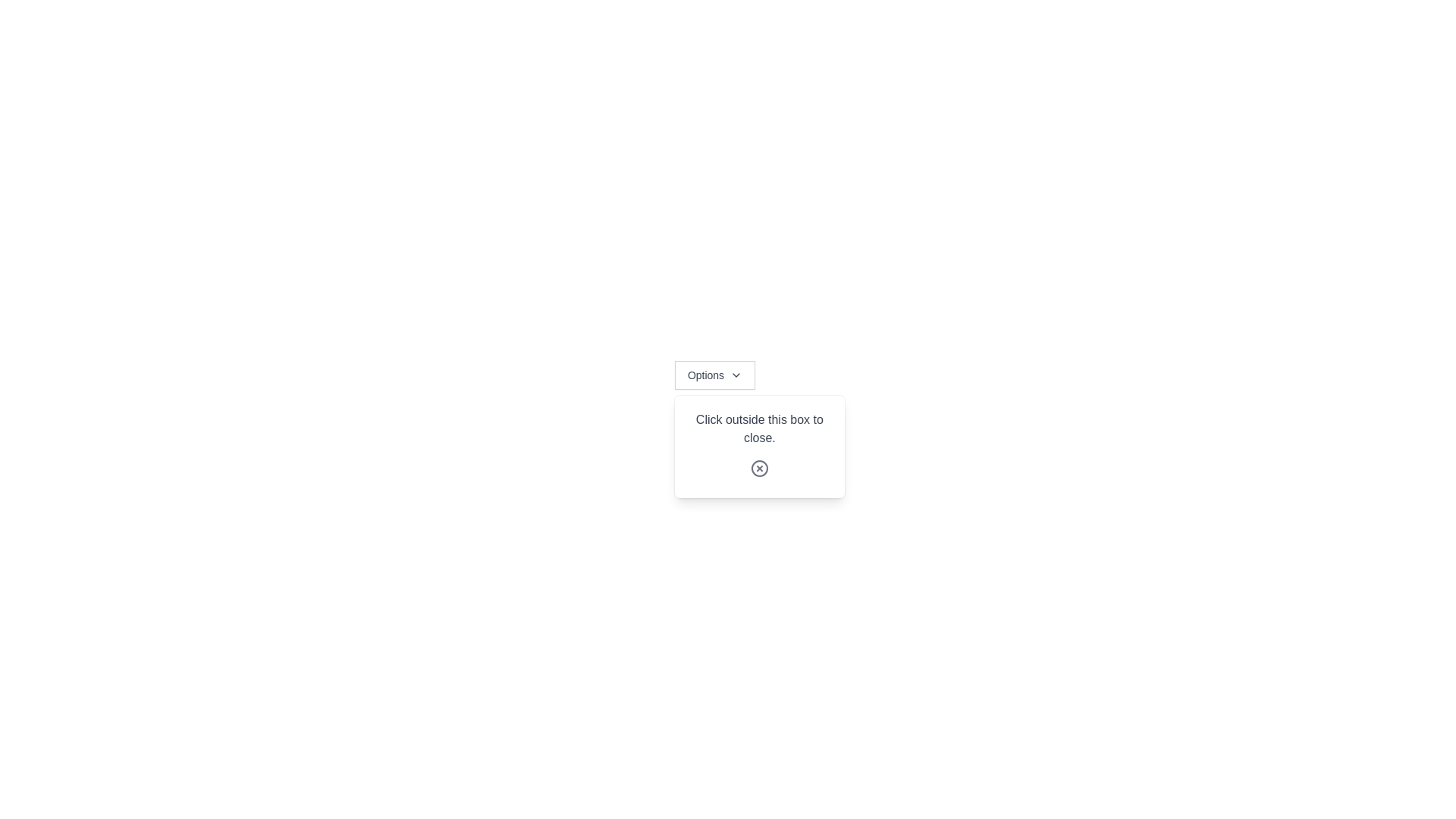 The width and height of the screenshot is (1456, 819). What do you see at coordinates (714, 375) in the screenshot?
I see `the Dropdown Button located at the center-top of the viewport, which has a chevron icon indicating that it can be expanded` at bounding box center [714, 375].